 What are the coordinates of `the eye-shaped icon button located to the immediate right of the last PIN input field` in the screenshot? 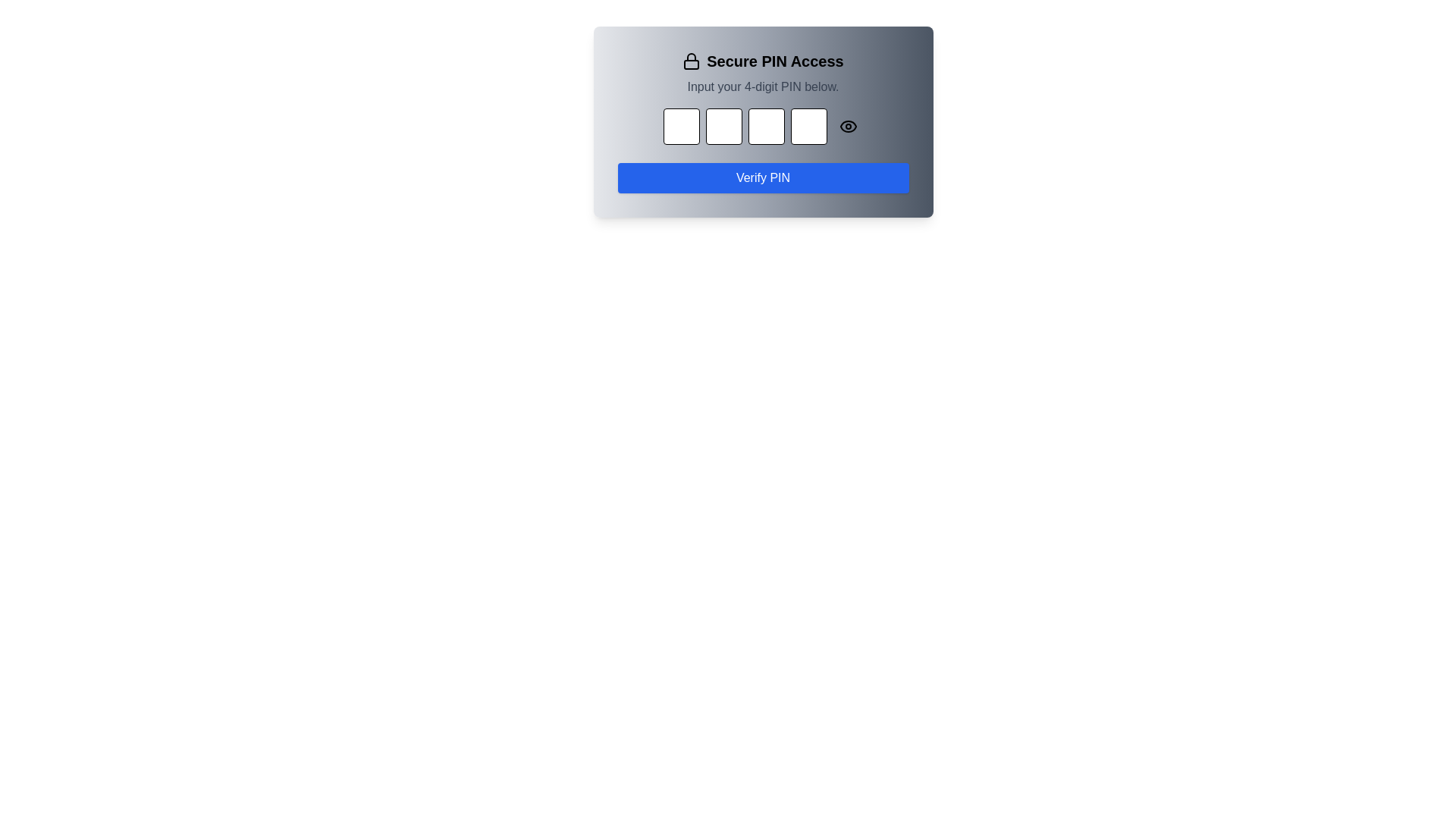 It's located at (847, 125).